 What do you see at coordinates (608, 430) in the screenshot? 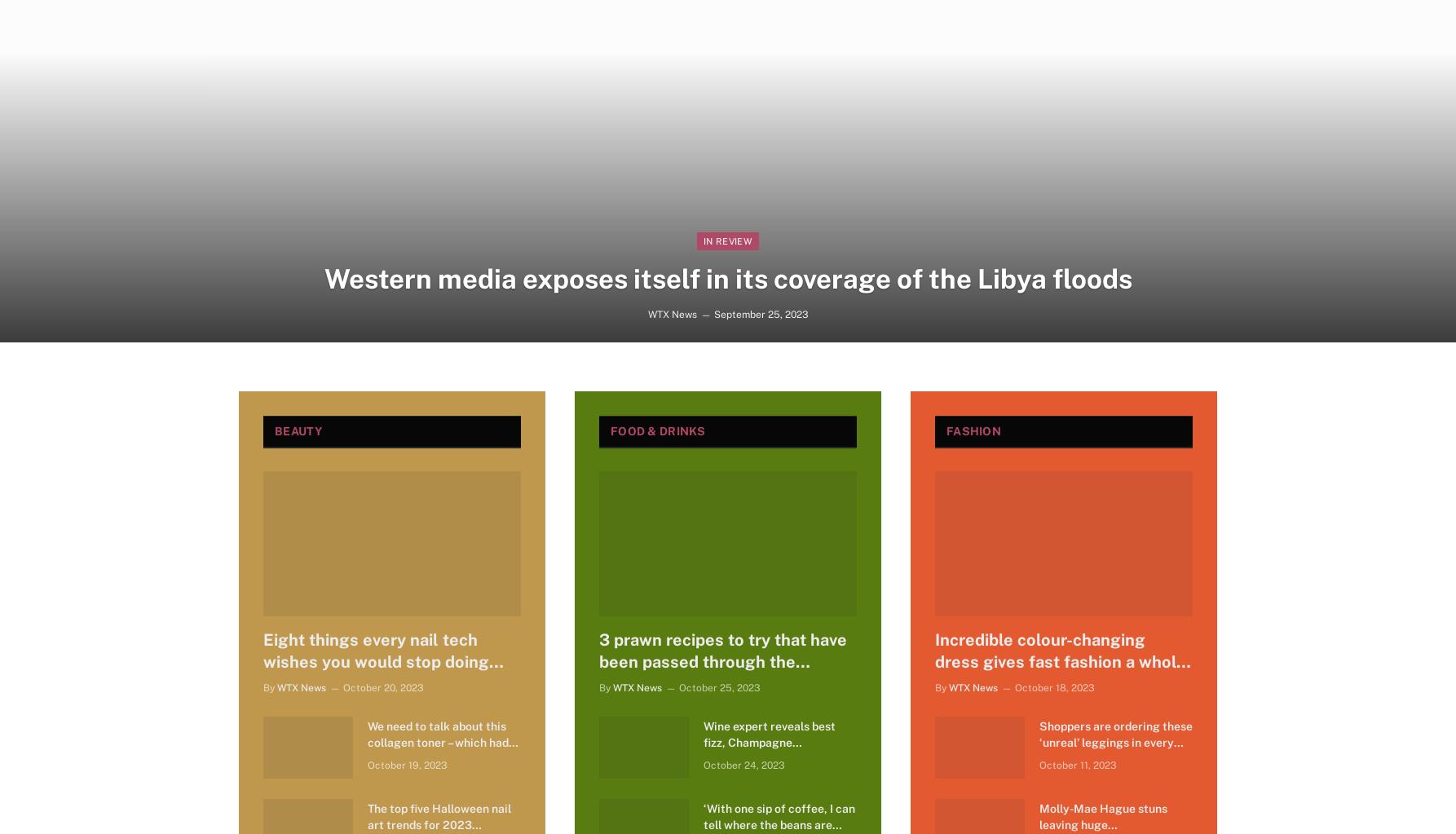
I see `'Food & Drinks'` at bounding box center [608, 430].